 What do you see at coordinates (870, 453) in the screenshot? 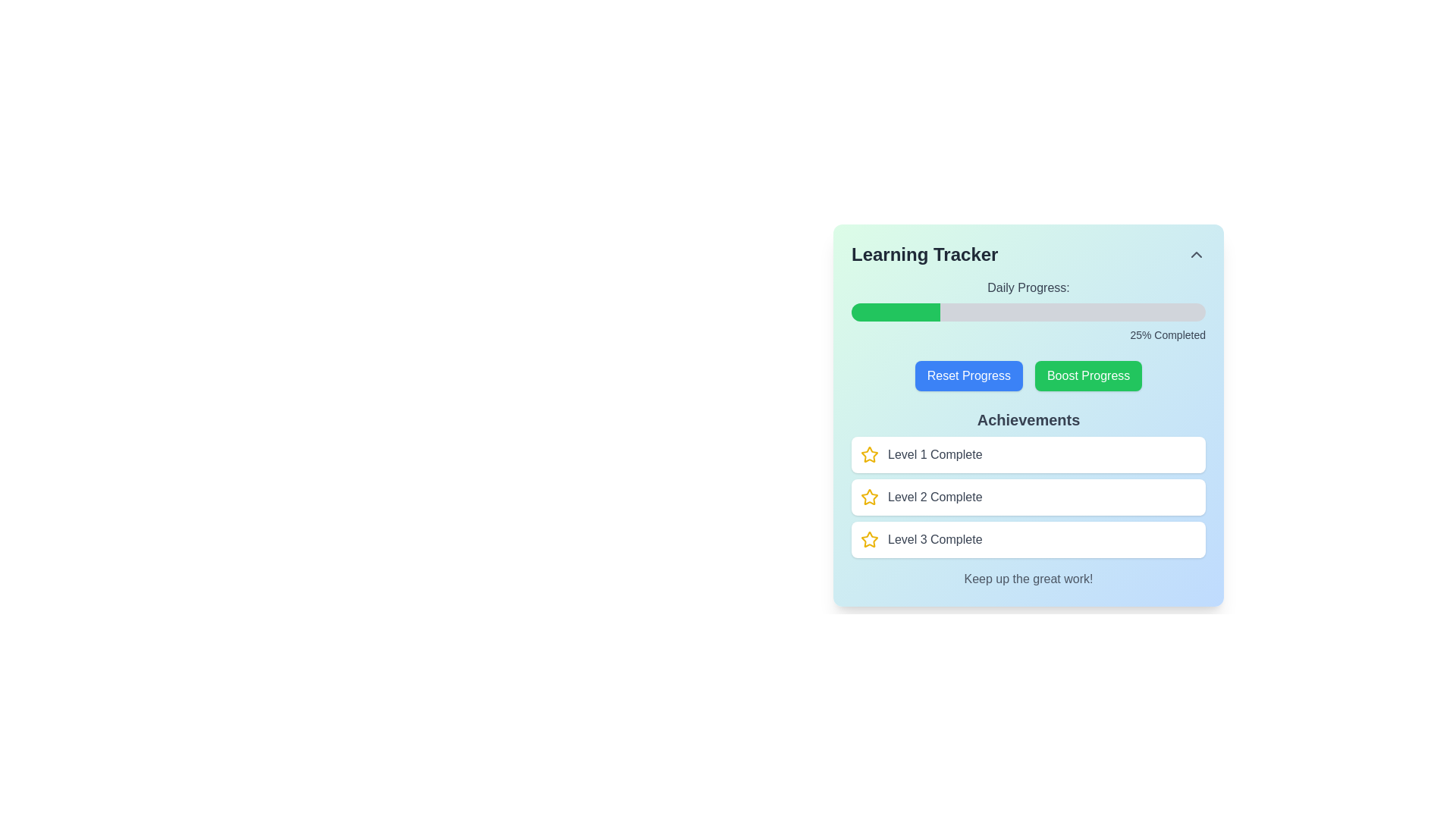
I see `the star icon indicating 'Level 2 Complete' within the Achievements section` at bounding box center [870, 453].